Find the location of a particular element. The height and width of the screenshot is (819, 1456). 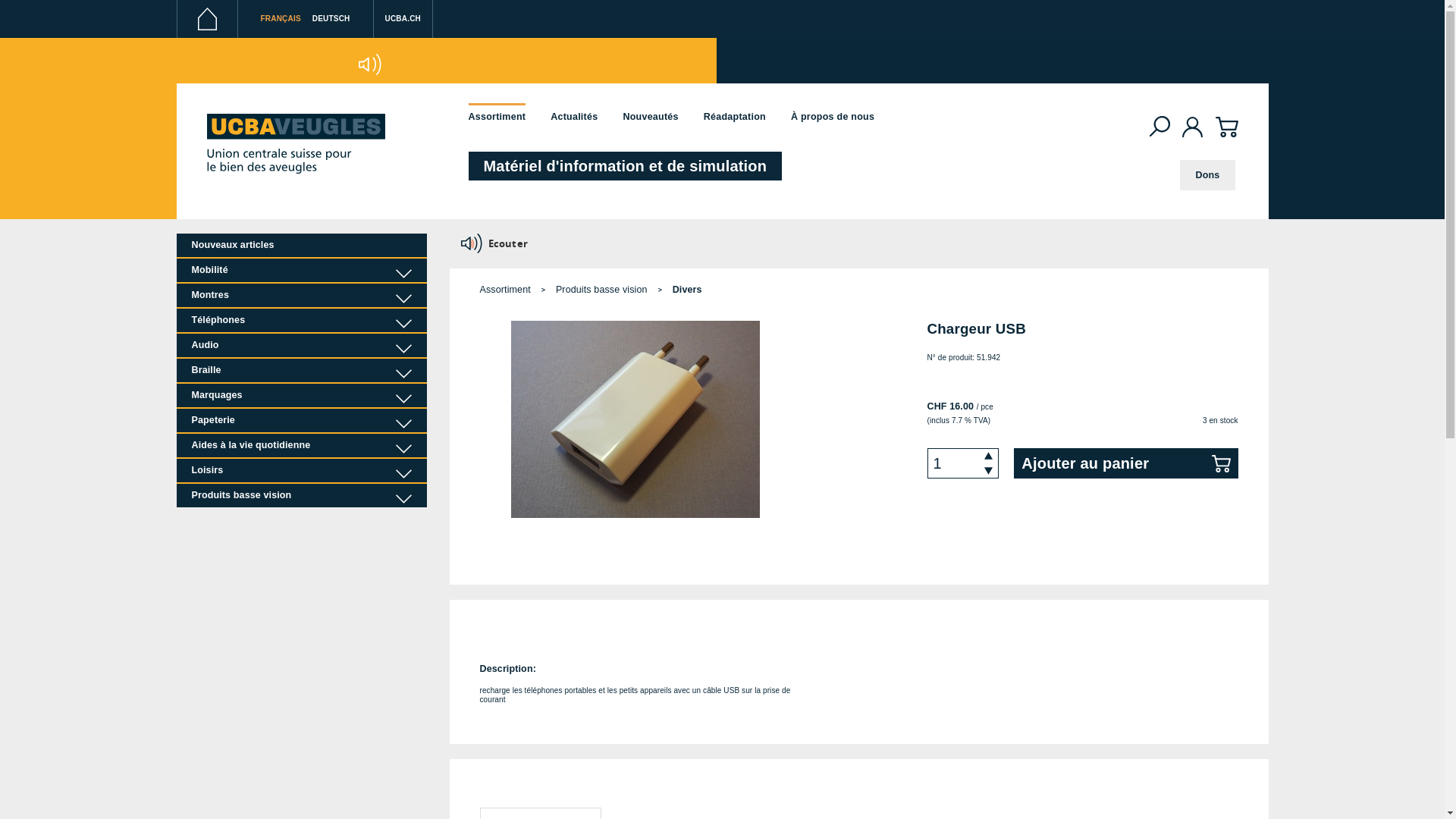

'Inverser' is located at coordinates (304, 63).